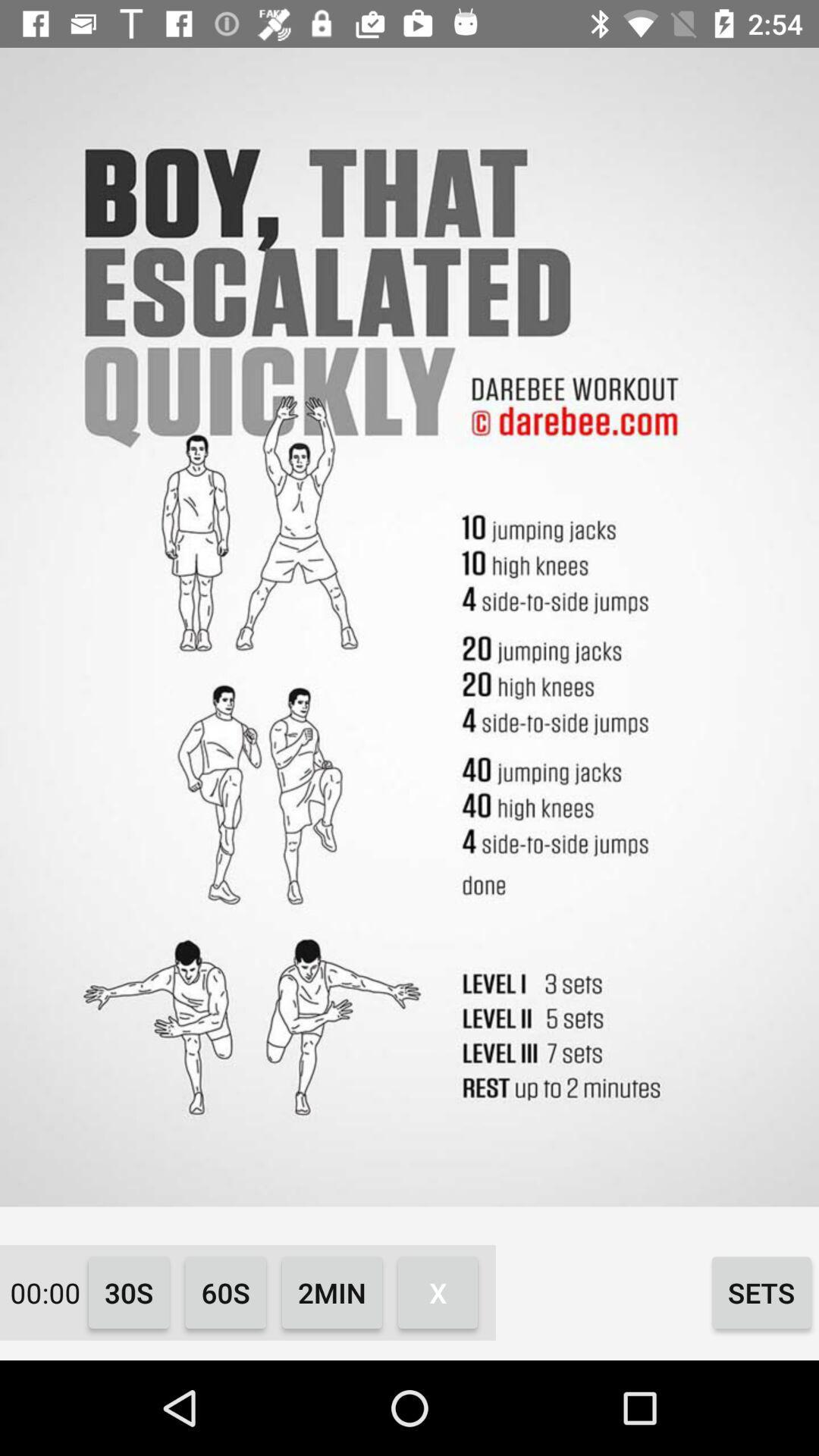 The width and height of the screenshot is (819, 1456). What do you see at coordinates (761, 1291) in the screenshot?
I see `the item to the right of the x item` at bounding box center [761, 1291].